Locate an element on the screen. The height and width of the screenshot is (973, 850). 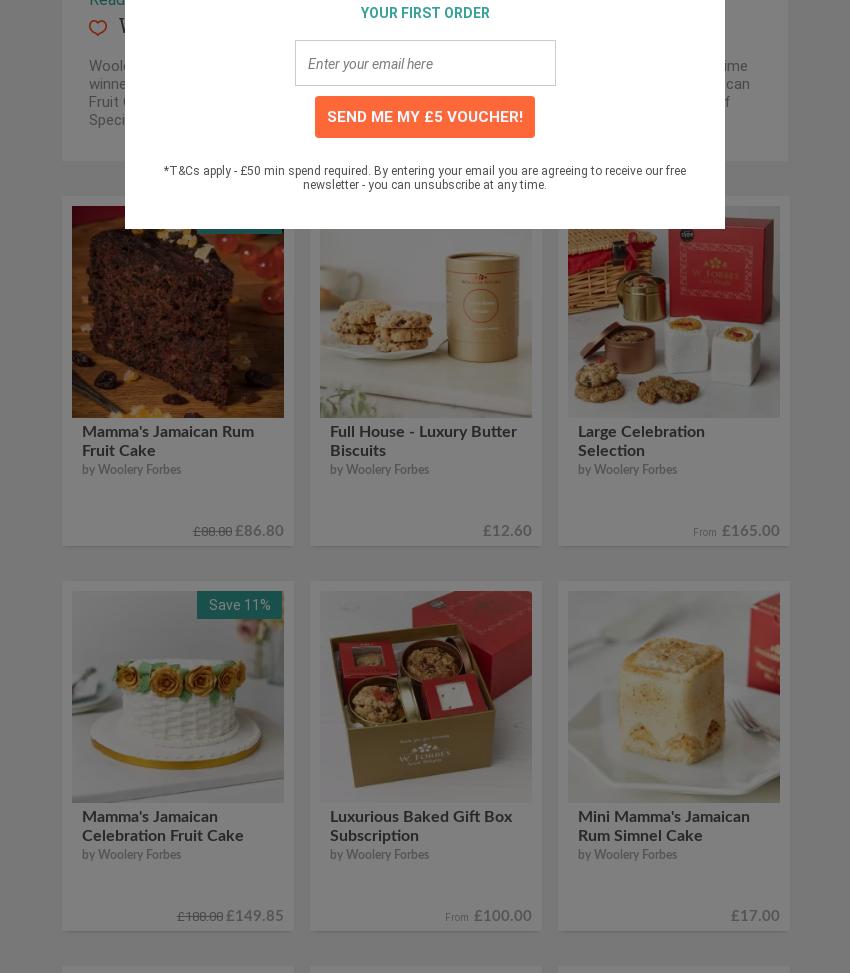
'The products are known for their' is located at coordinates (200, 77).